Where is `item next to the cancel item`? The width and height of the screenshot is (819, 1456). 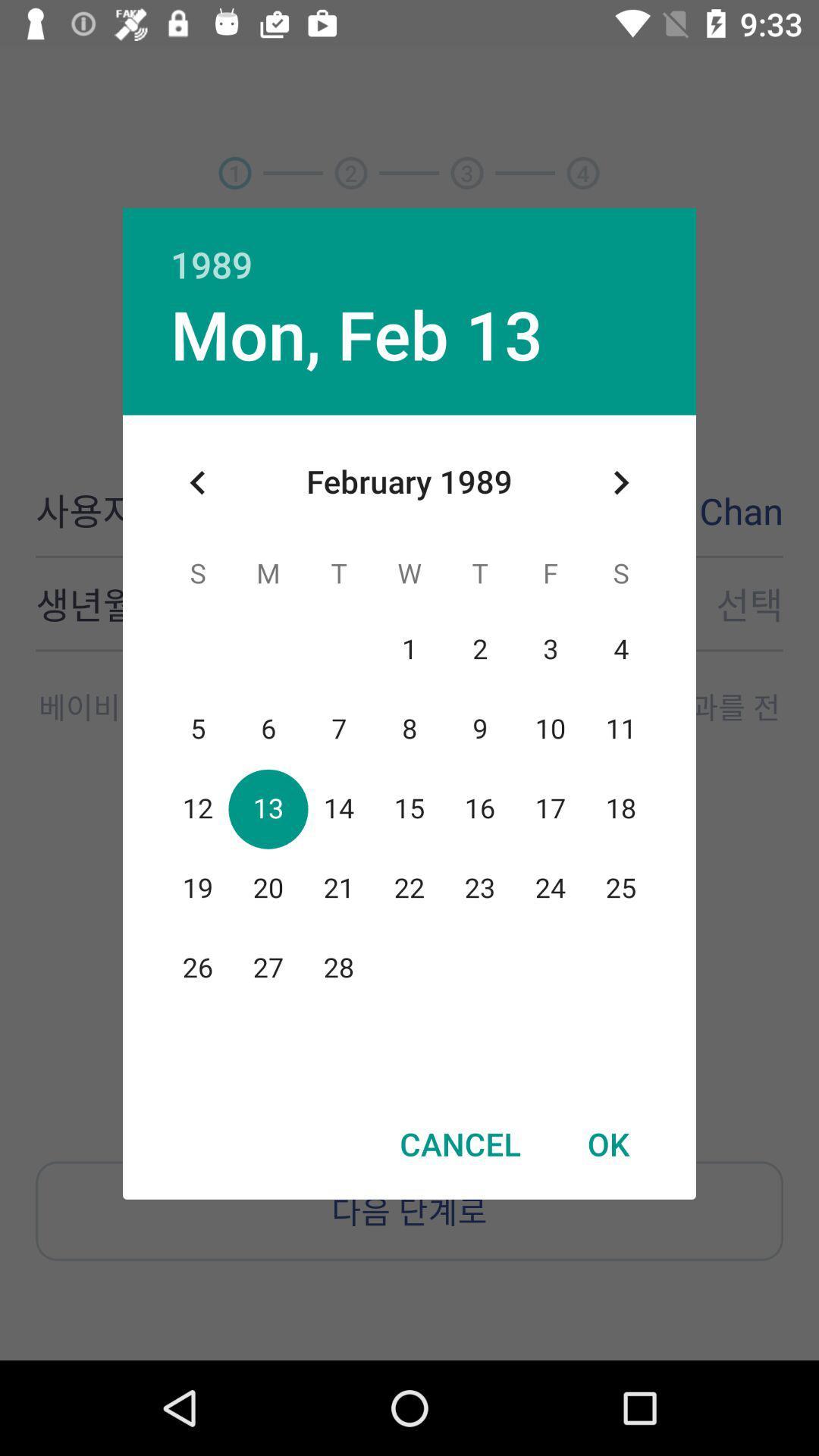
item next to the cancel item is located at coordinates (607, 1144).